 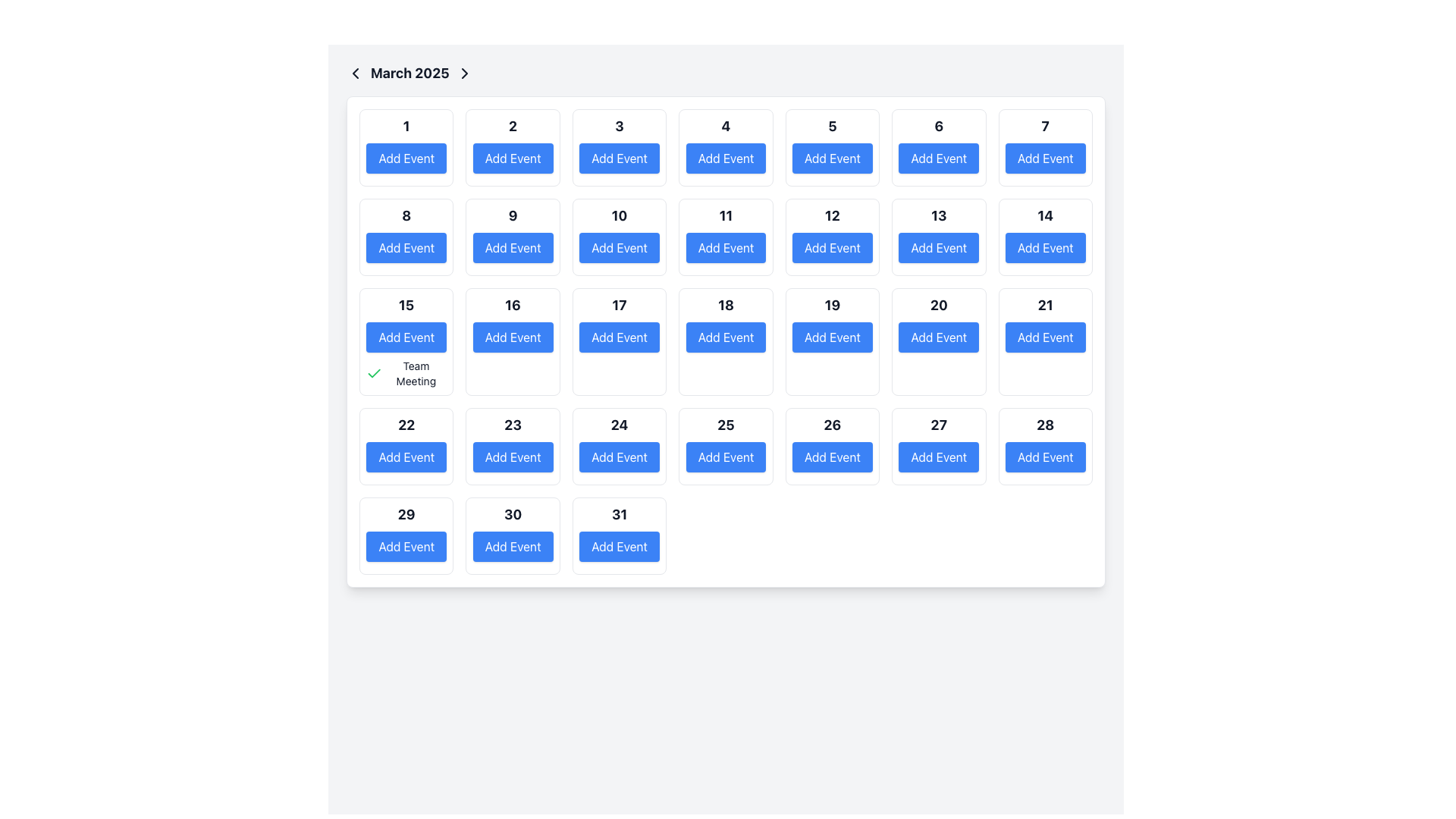 I want to click on the calendar day element labeled '2' which includes an 'Add Event' button for keyboard interaction, so click(x=513, y=148).